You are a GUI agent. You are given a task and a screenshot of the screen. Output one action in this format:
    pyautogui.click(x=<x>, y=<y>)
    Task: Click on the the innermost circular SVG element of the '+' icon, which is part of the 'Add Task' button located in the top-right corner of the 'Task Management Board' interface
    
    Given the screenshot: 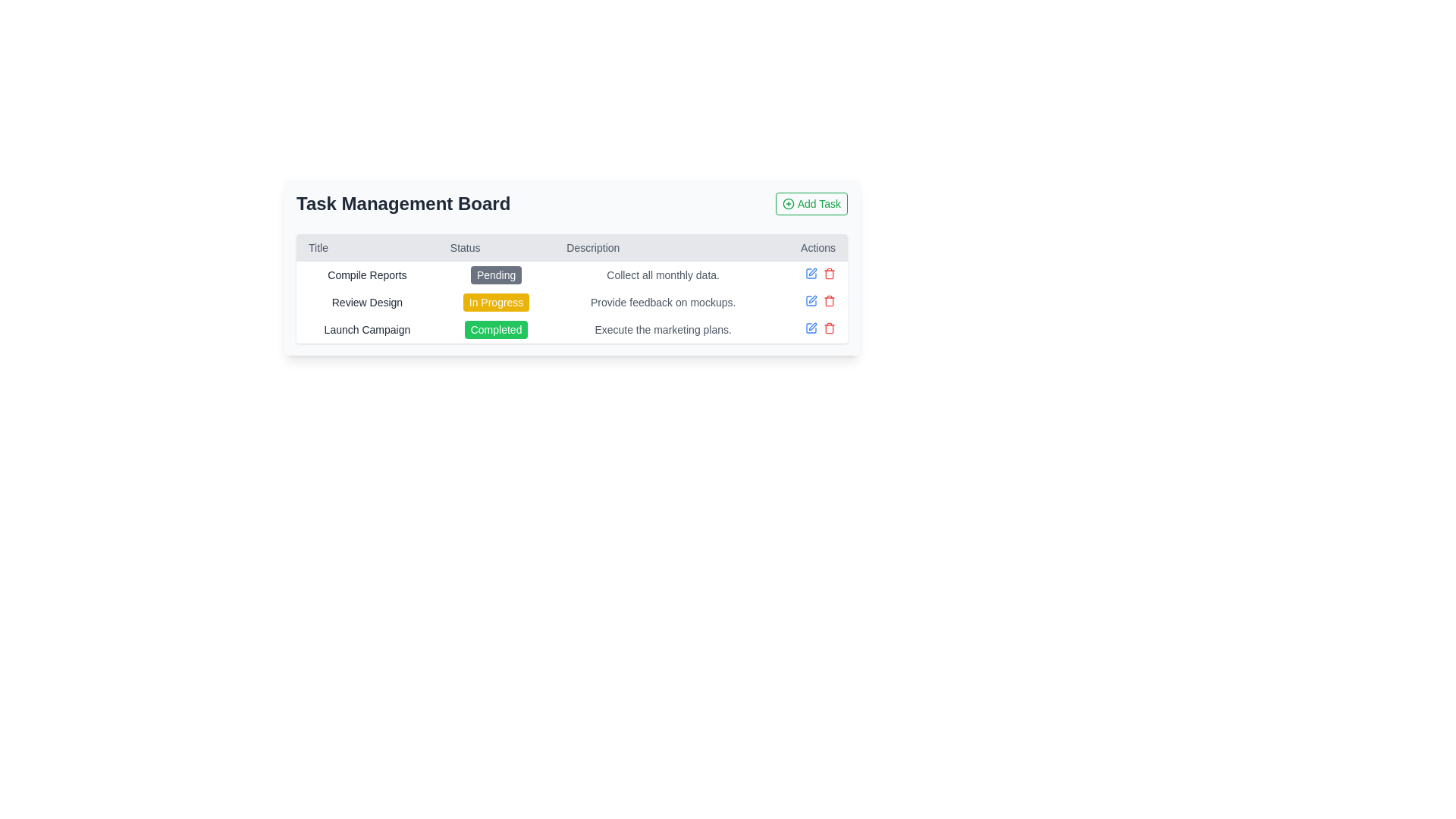 What is the action you would take?
    pyautogui.click(x=788, y=203)
    